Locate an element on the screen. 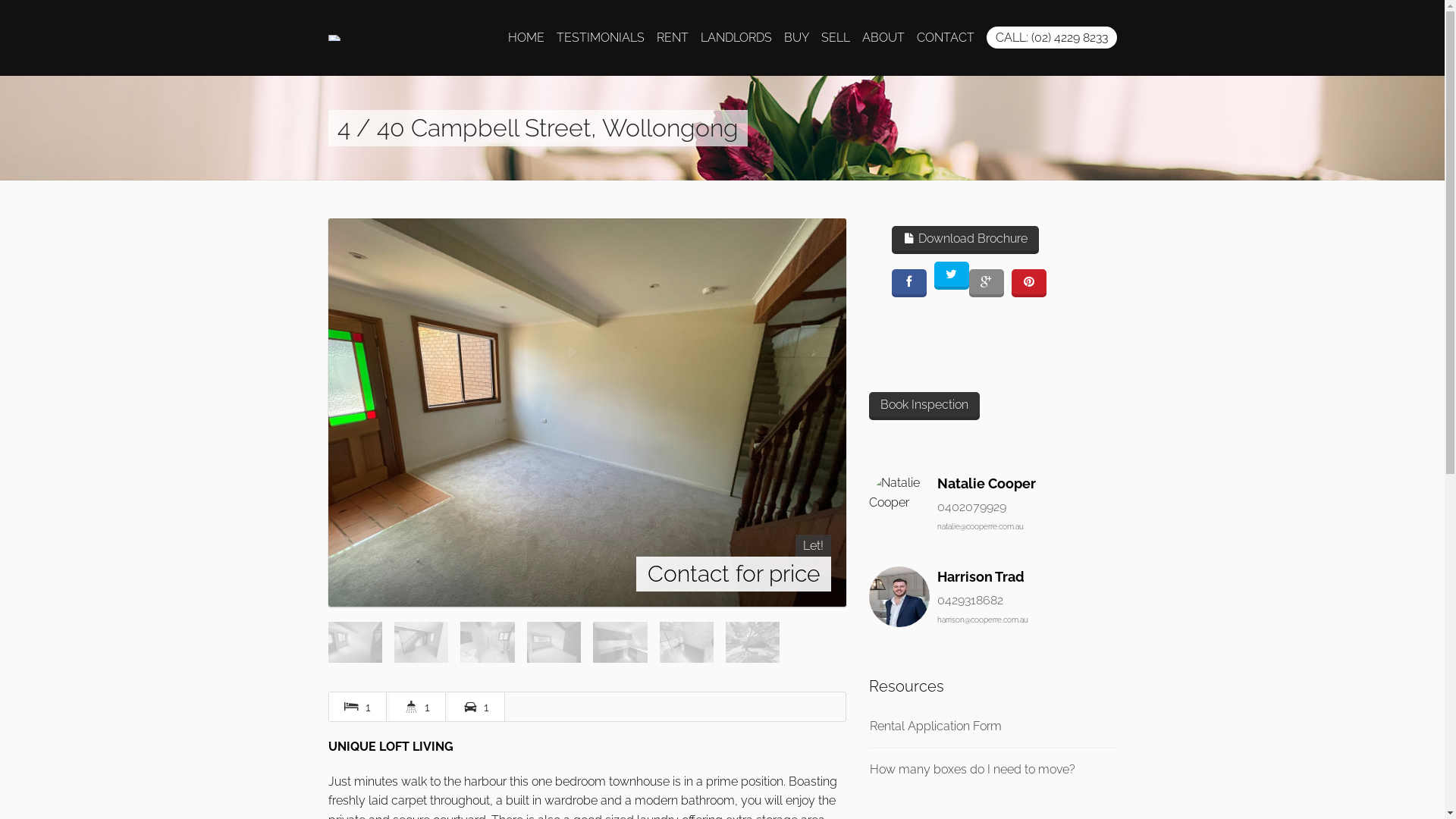 This screenshot has height=819, width=1456. '0402079929' is located at coordinates (971, 507).